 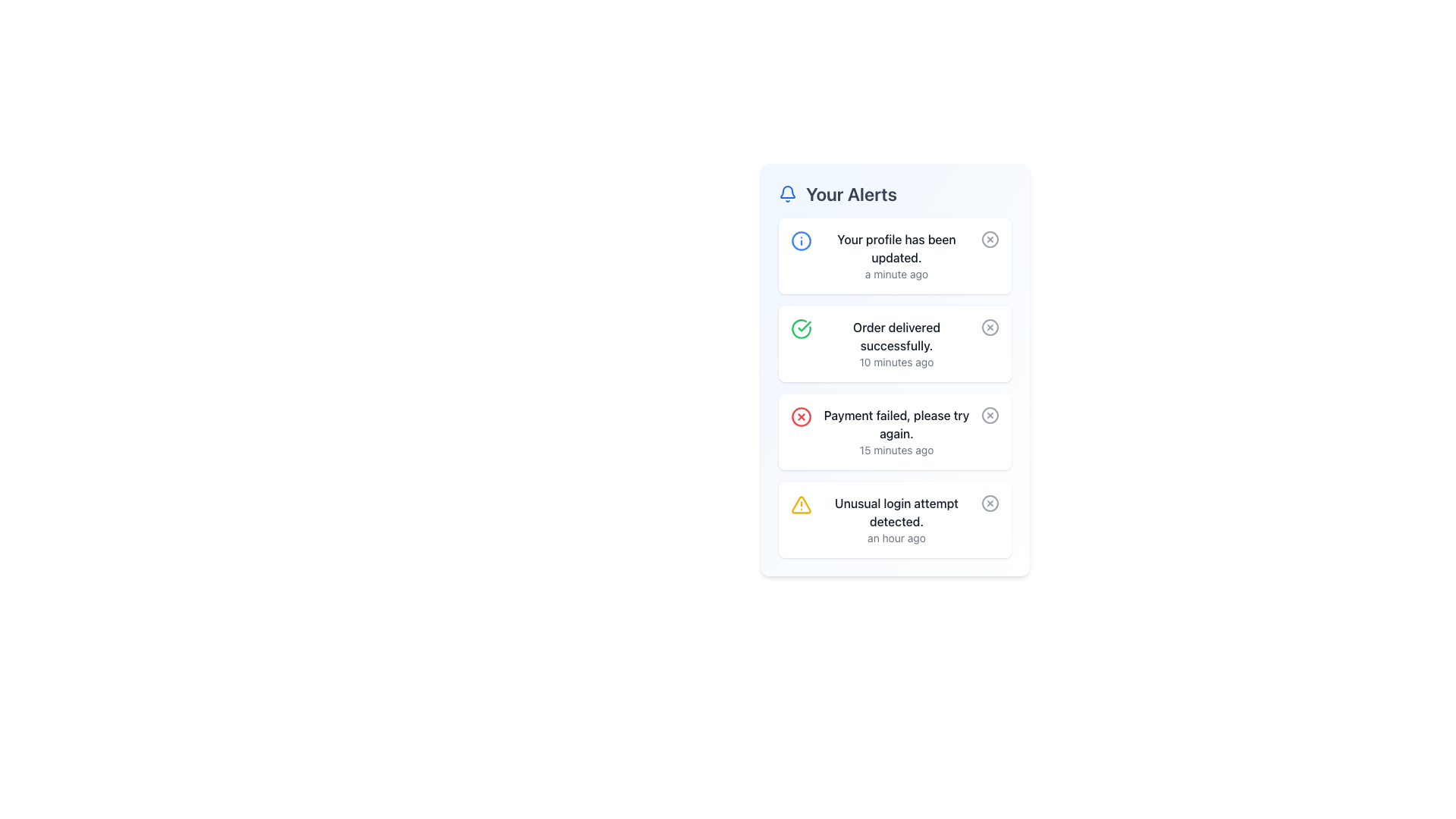 I want to click on notification text that states 'Unusual login attempt detected.' which is the last item in the vertically-aligned list within the 'Your Alerts' card, so click(x=896, y=519).